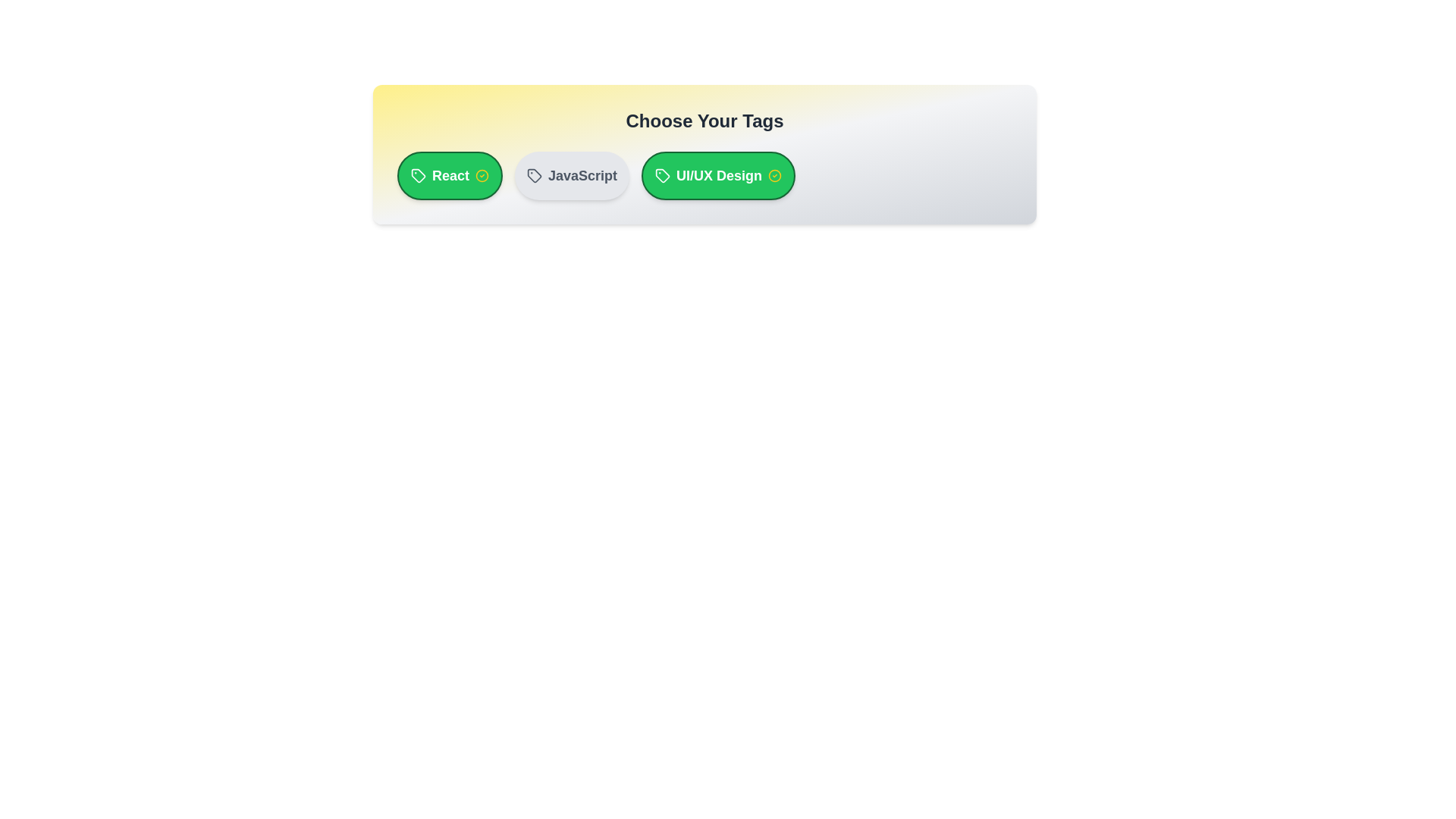 Image resolution: width=1456 pixels, height=819 pixels. What do you see at coordinates (717, 174) in the screenshot?
I see `the tag labeled UI/UX Design` at bounding box center [717, 174].